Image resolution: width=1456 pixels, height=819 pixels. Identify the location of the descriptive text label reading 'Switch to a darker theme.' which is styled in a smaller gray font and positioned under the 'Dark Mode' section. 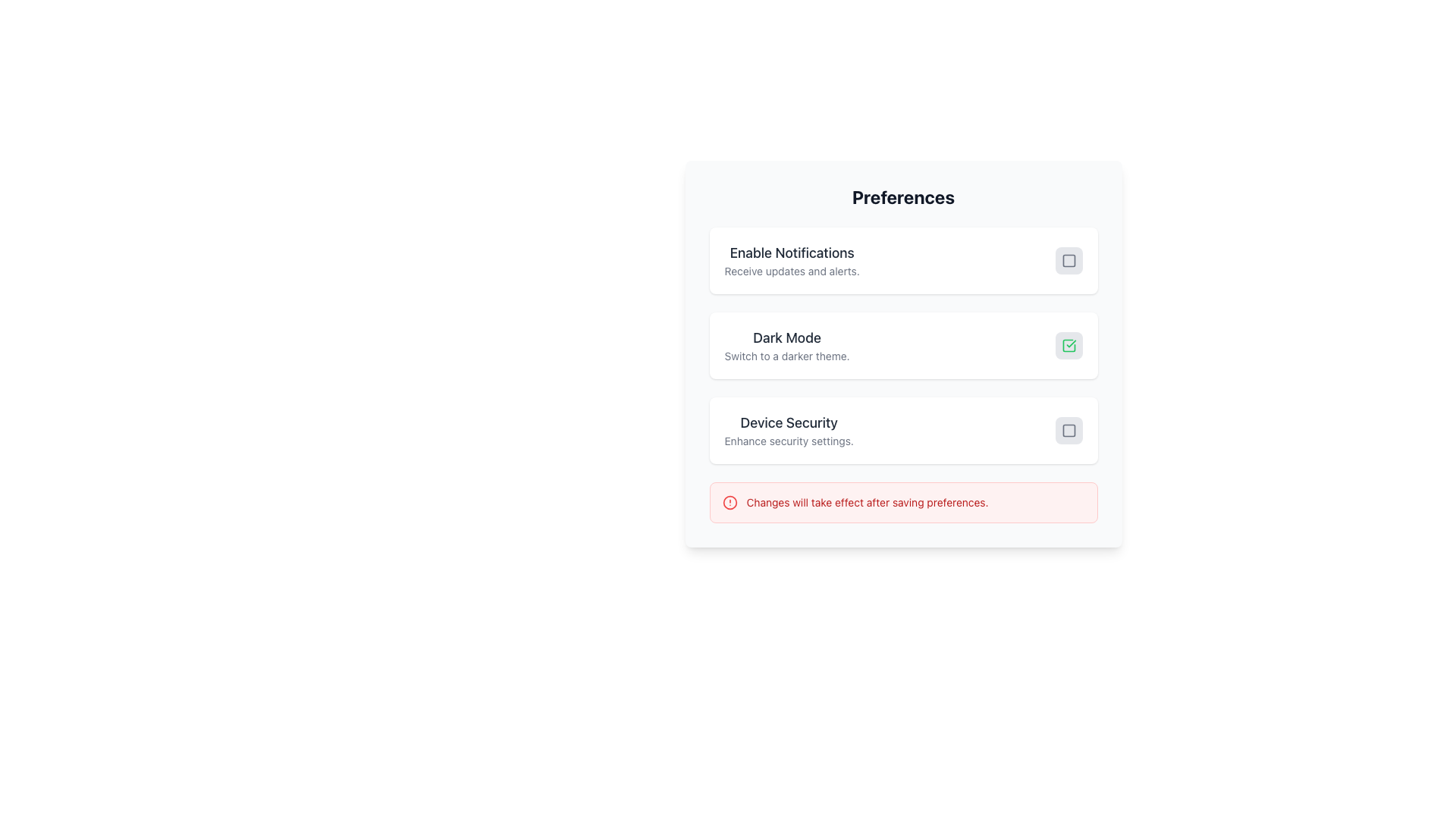
(787, 356).